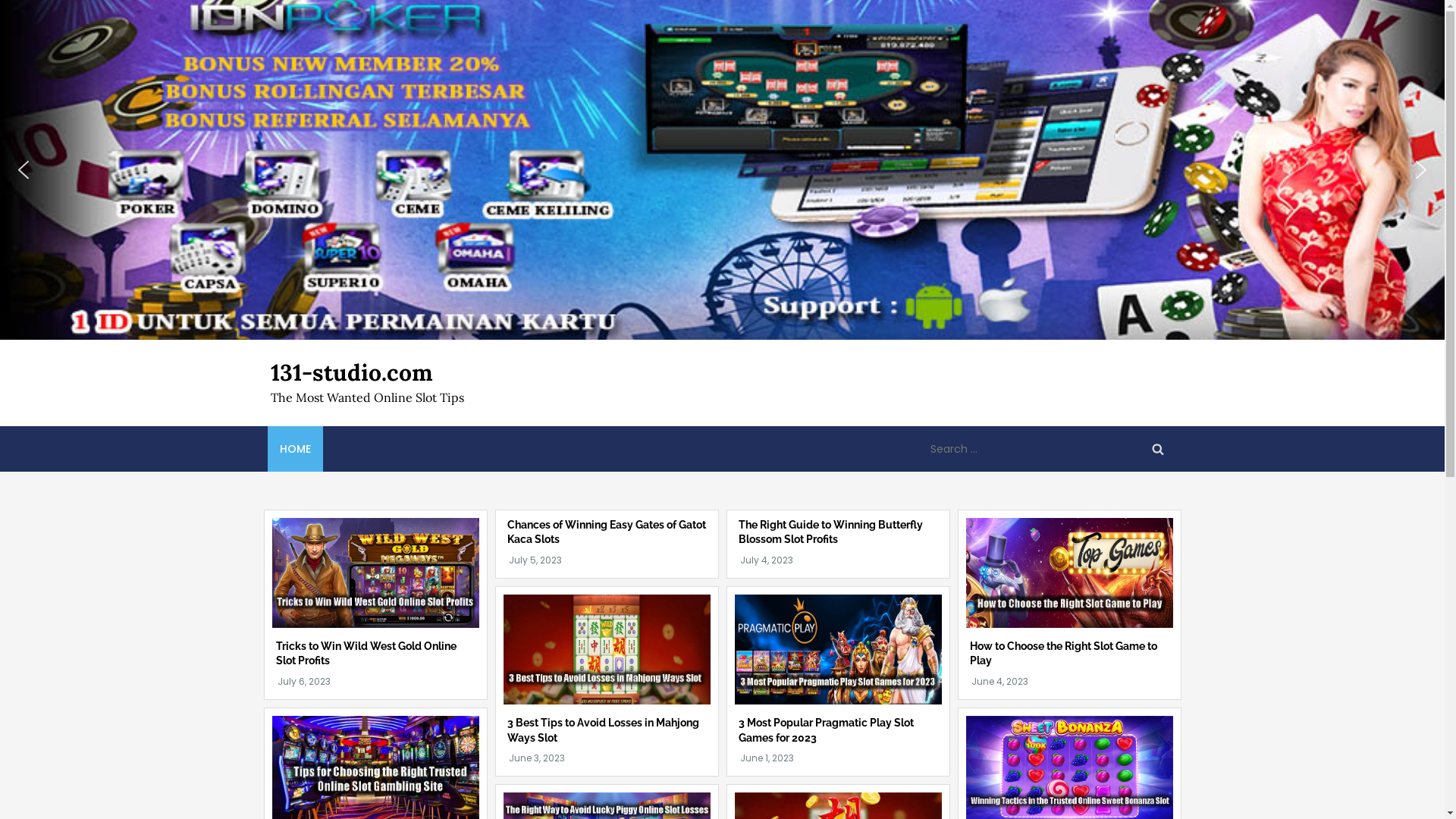  What do you see at coordinates (294, 447) in the screenshot?
I see `'HOME'` at bounding box center [294, 447].